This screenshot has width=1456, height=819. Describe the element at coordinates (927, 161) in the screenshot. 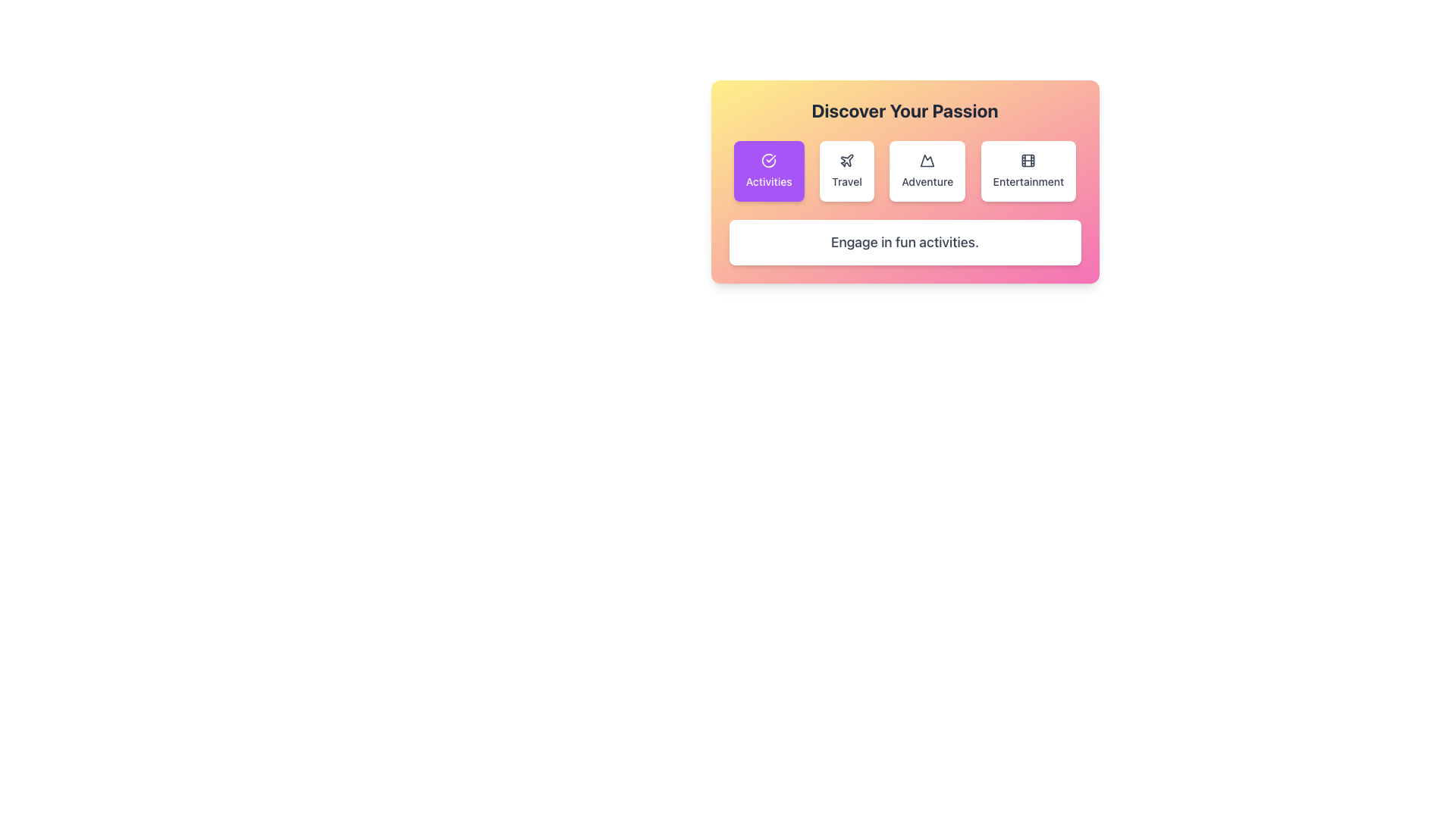

I see `the decorative 'Adventure' icon located centrally within the 'Adventure' button, which is the third button in the horizontal row under the 'Discover Your Passion' section` at that location.